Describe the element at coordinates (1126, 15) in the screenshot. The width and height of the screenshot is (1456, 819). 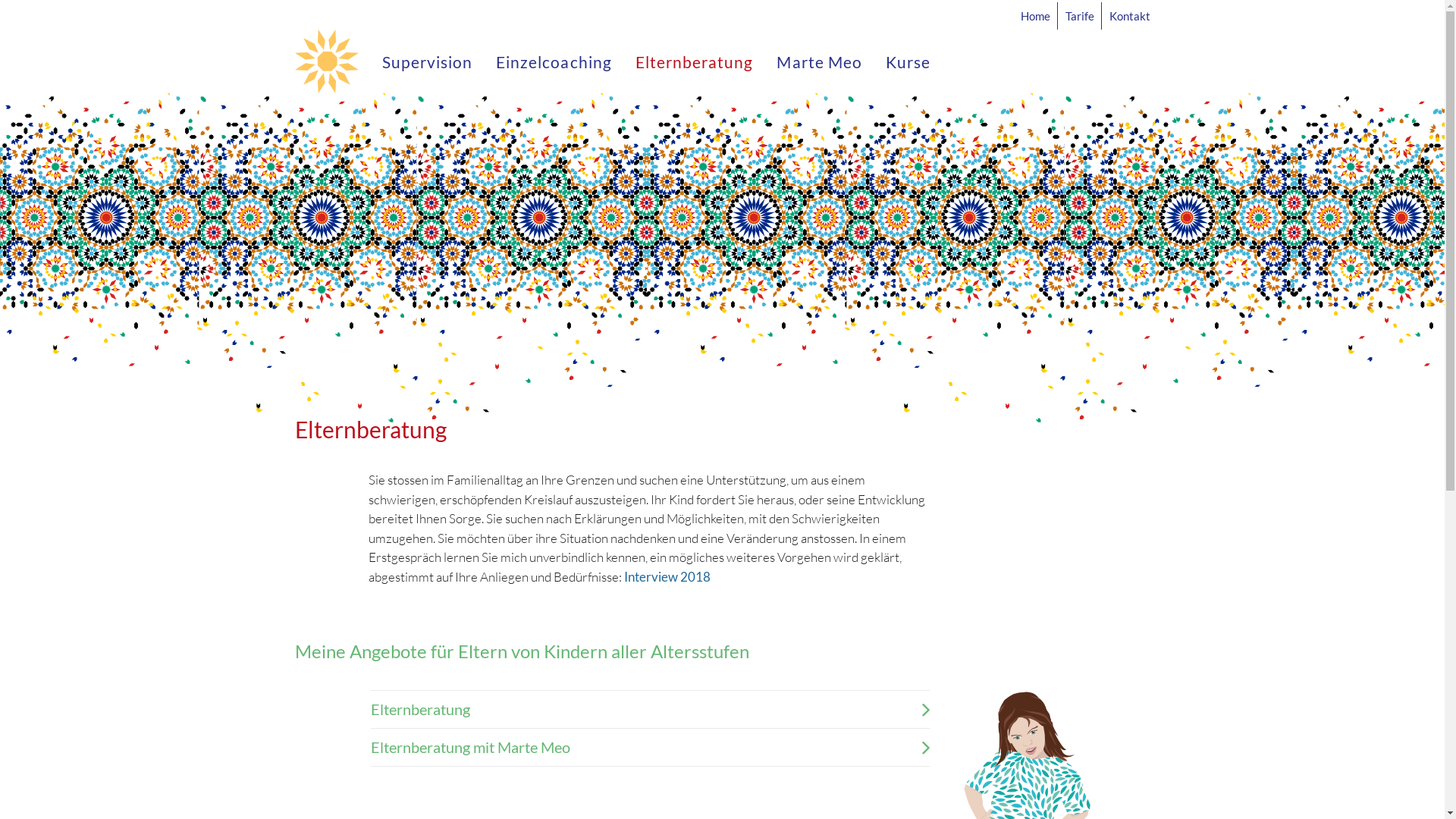
I see `'Kontakt'` at that location.